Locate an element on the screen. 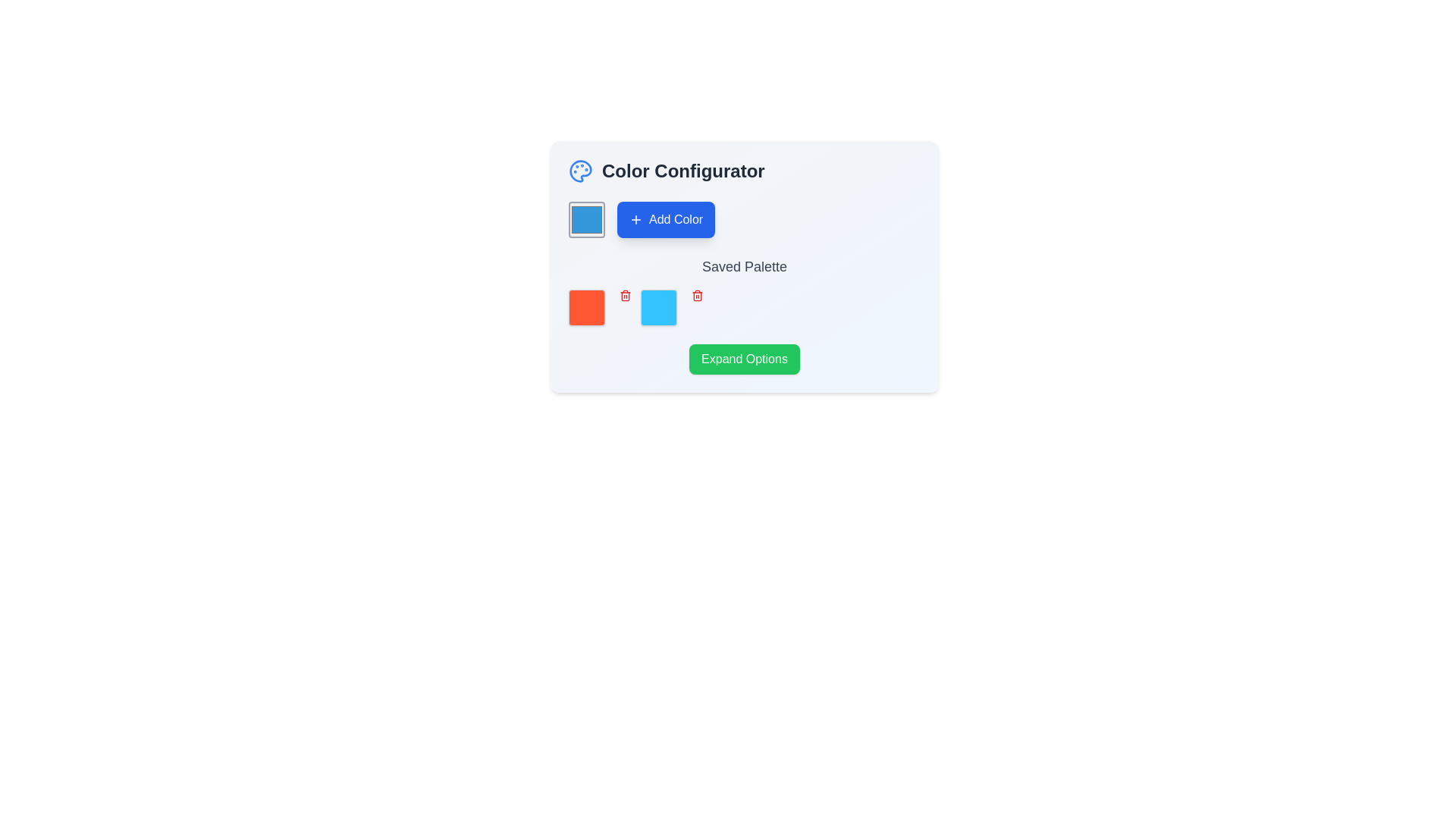 This screenshot has width=1456, height=819. the button located in the light blue 'Color Configurator' box is located at coordinates (745, 359).